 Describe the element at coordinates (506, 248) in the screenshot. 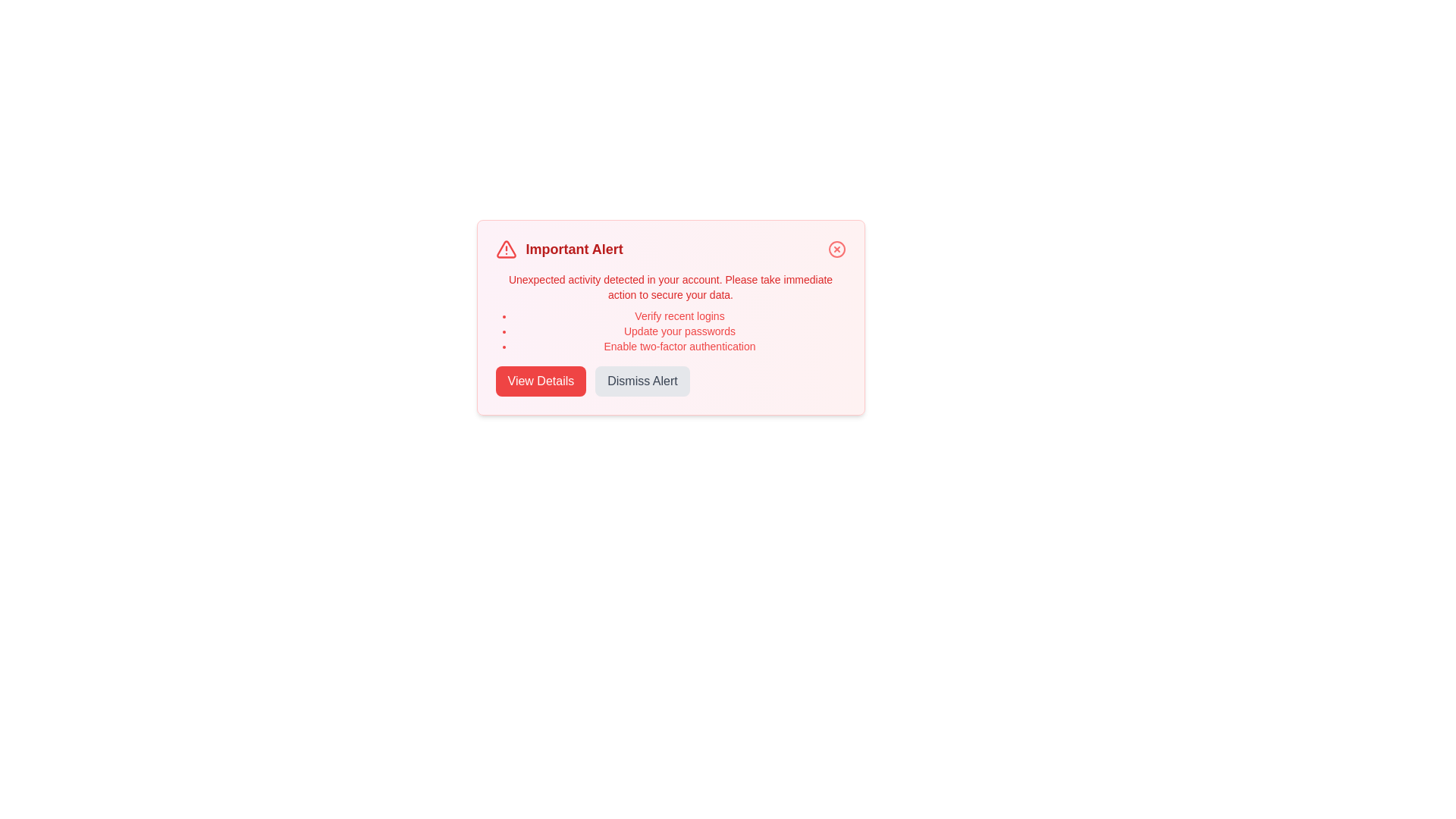

I see `the alert icon to interact with it` at that location.